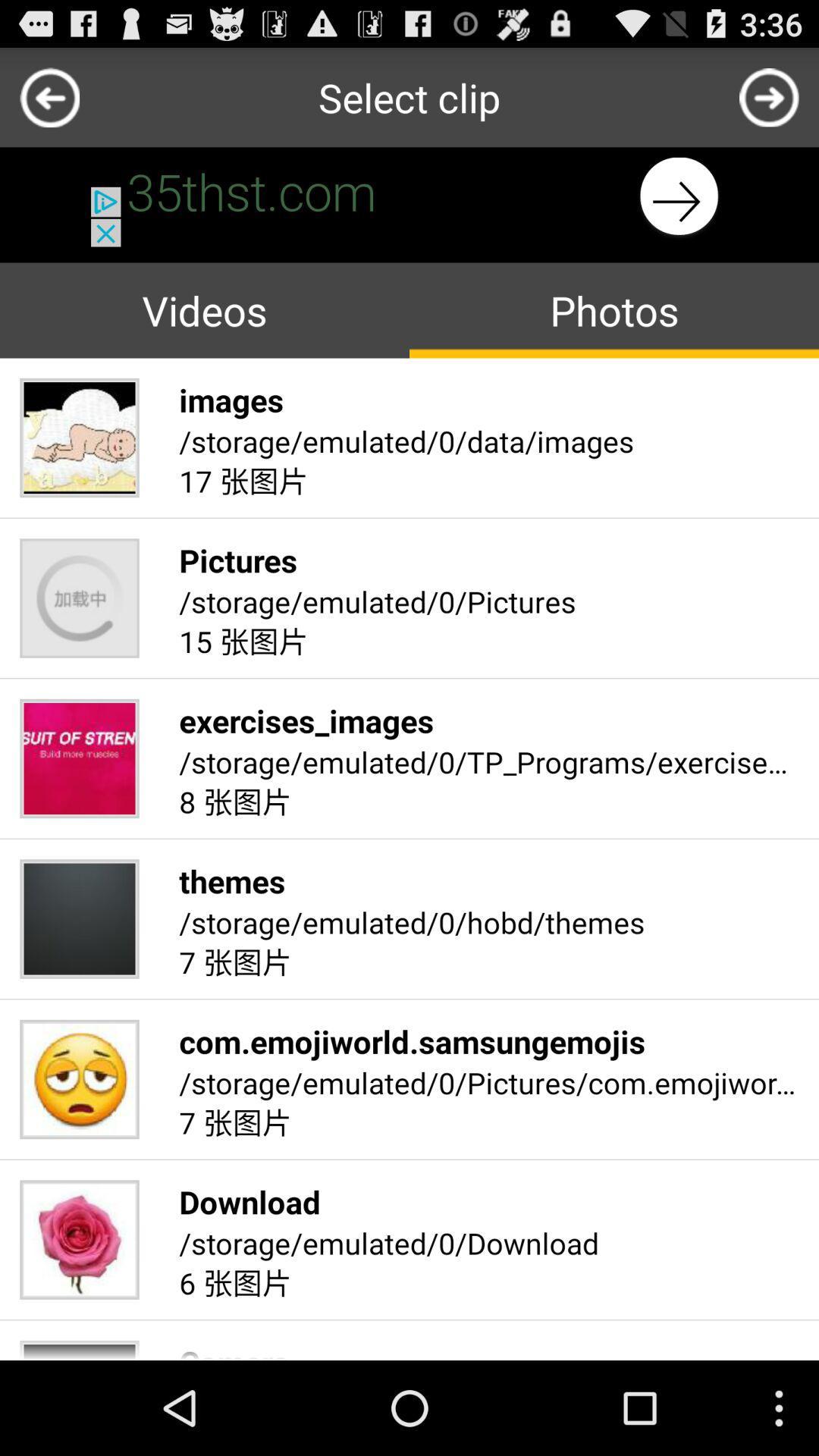 Image resolution: width=819 pixels, height=1456 pixels. I want to click on go next, so click(409, 196).